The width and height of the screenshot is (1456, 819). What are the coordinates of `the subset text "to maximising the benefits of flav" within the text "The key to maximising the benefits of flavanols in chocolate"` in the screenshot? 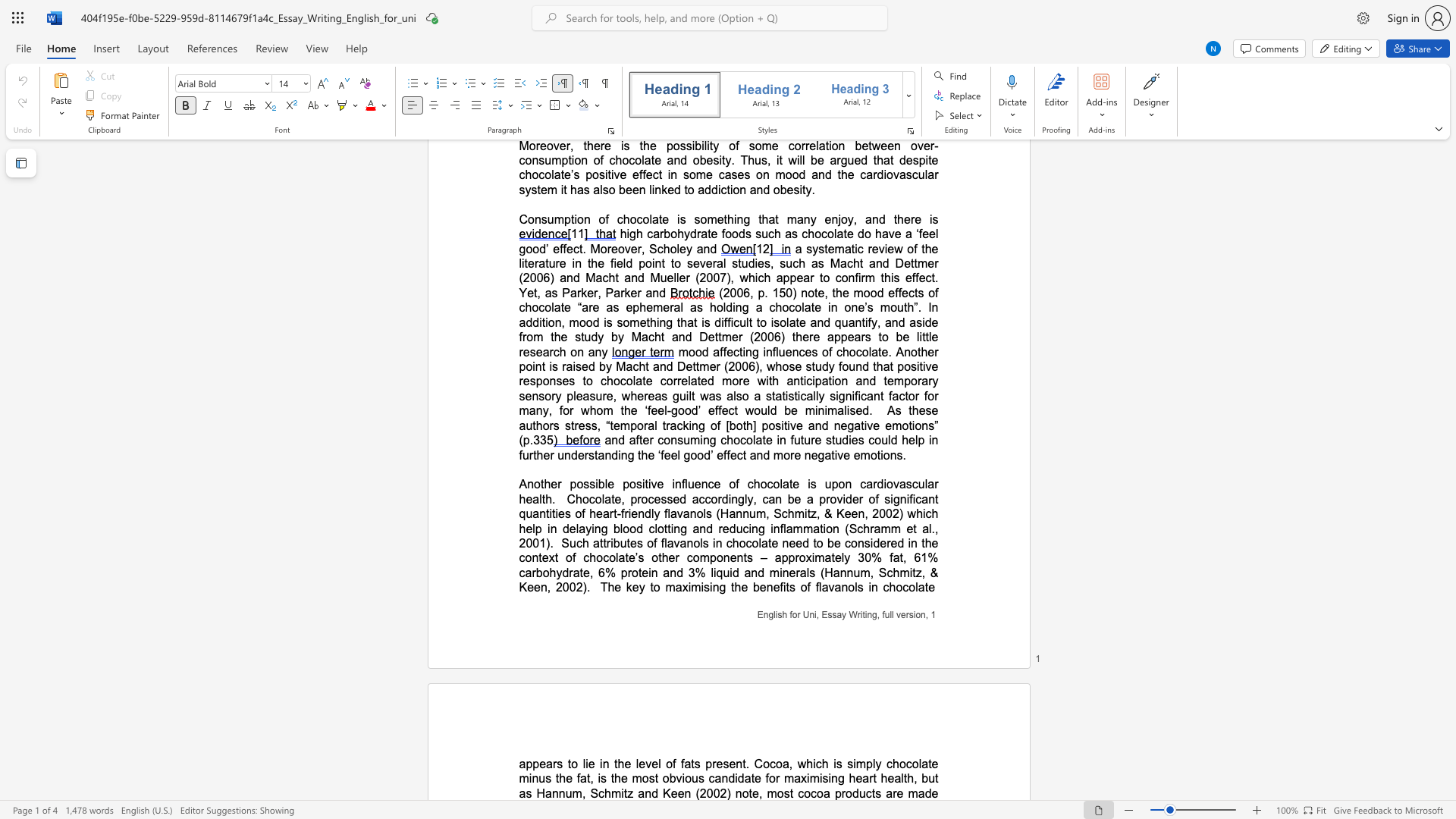 It's located at (650, 586).